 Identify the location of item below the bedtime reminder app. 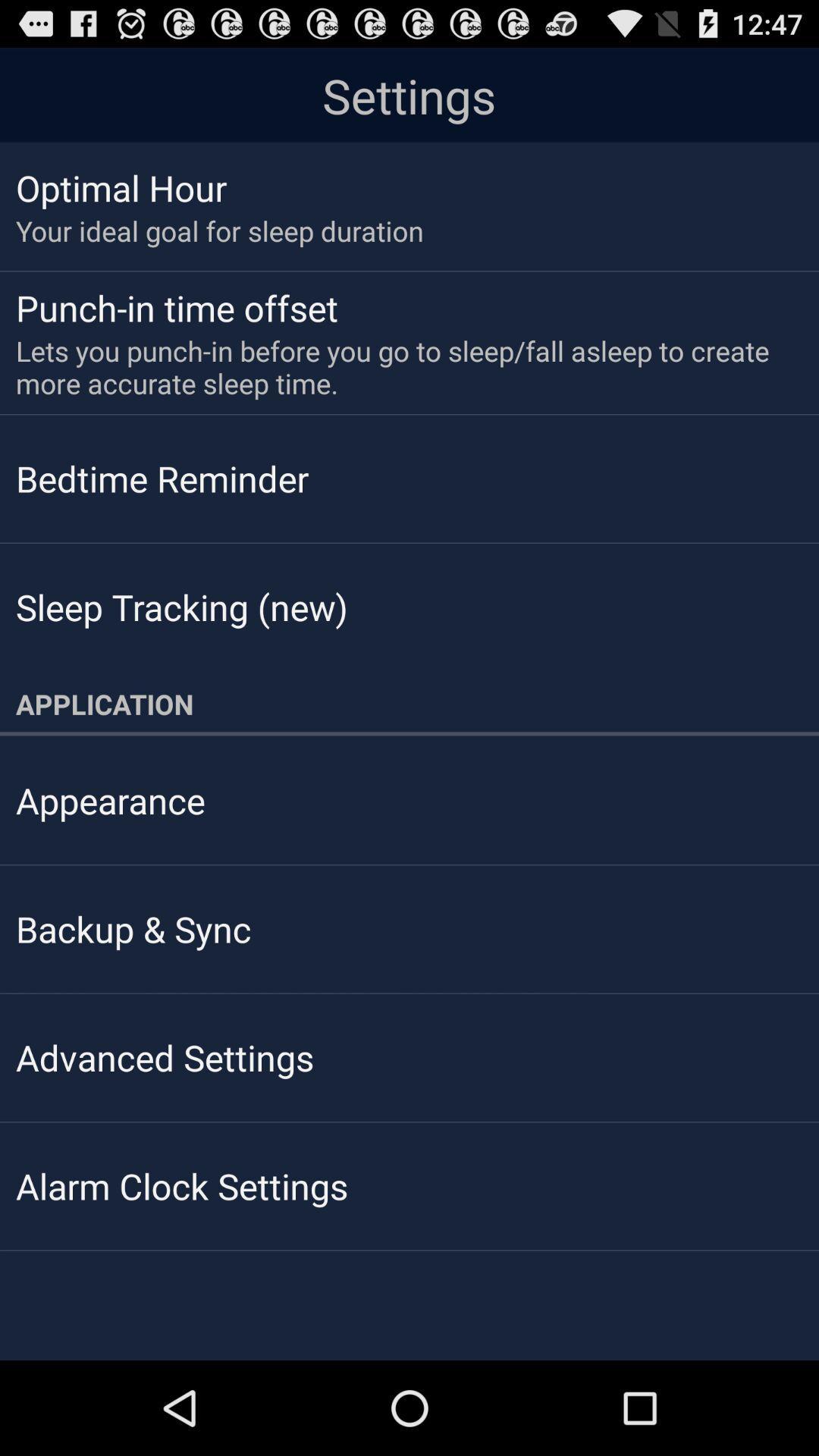
(180, 607).